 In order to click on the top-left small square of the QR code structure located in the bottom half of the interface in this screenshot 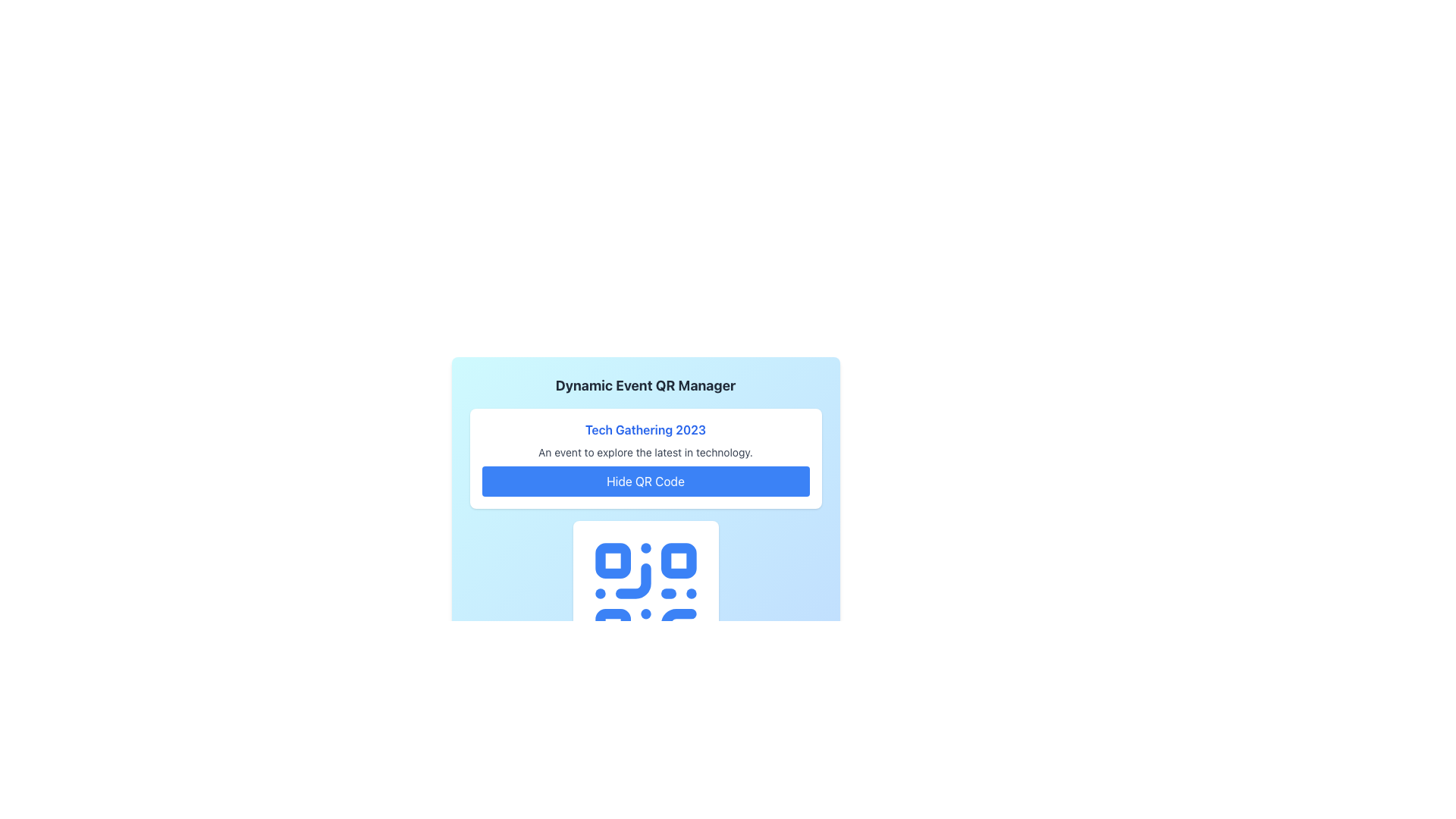, I will do `click(613, 560)`.